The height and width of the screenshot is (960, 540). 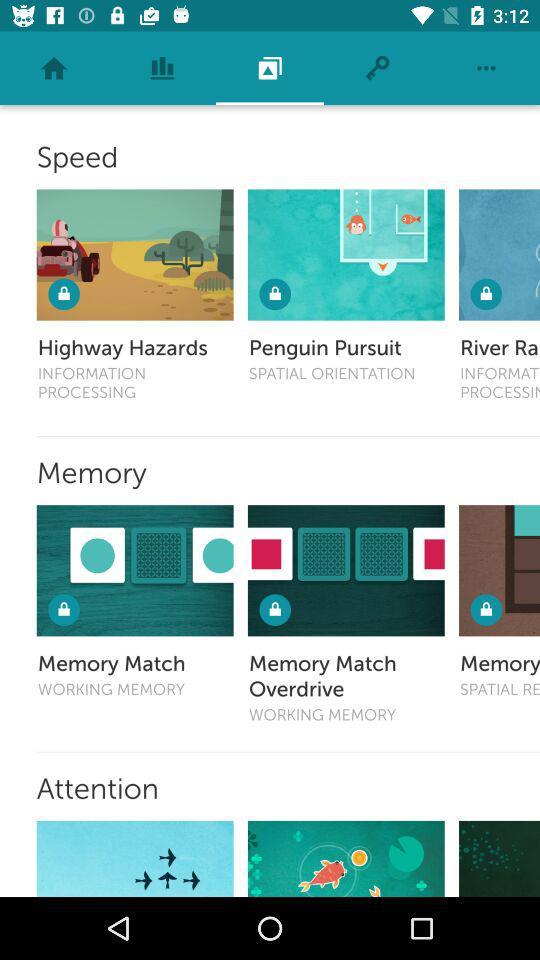 I want to click on penguin pursuit icon, so click(x=345, y=253).